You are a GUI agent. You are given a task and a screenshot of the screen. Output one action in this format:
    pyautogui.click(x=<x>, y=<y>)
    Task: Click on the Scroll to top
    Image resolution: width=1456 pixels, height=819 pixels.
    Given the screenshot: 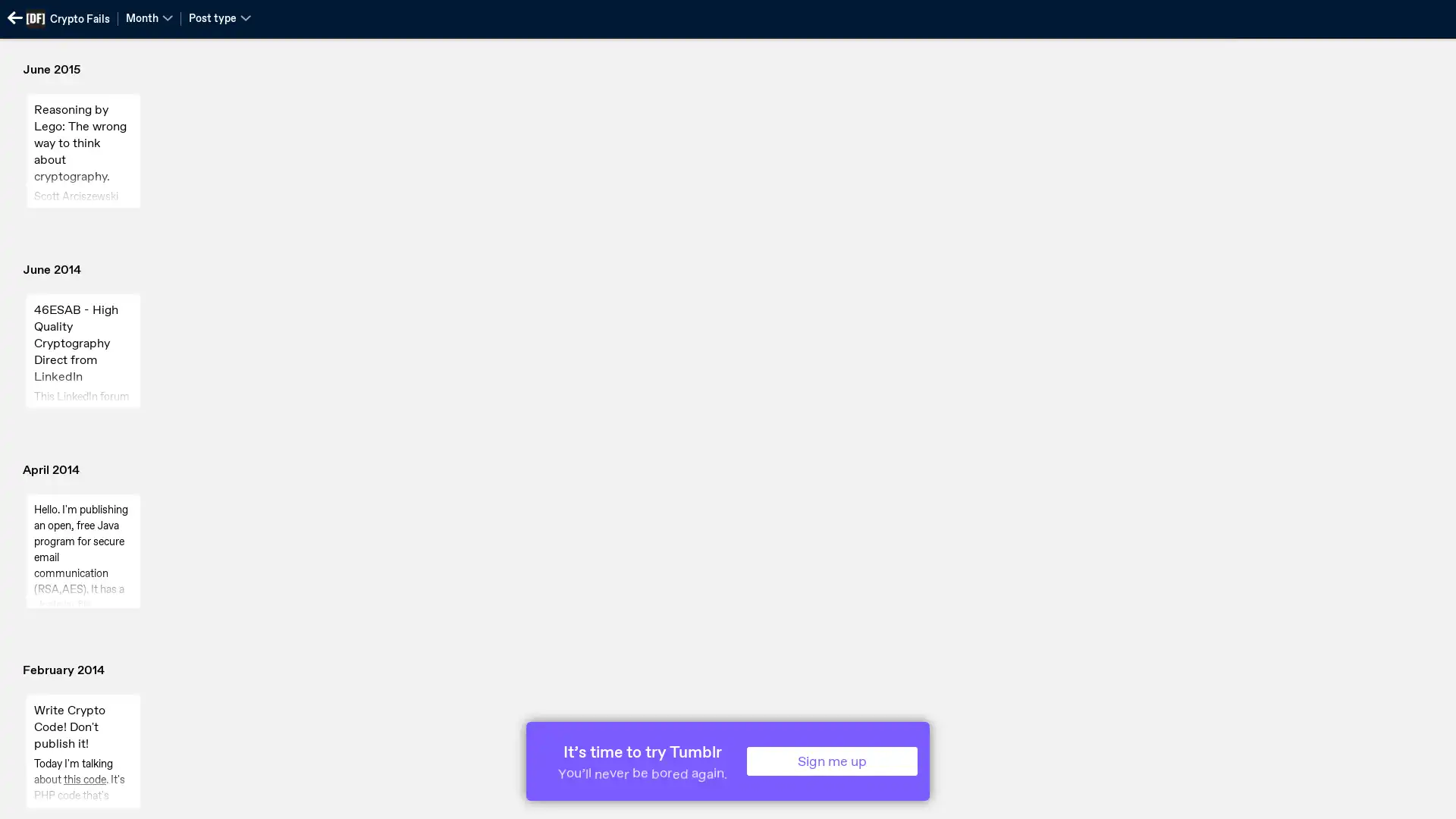 What is the action you would take?
    pyautogui.click(x=1426, y=802)
    